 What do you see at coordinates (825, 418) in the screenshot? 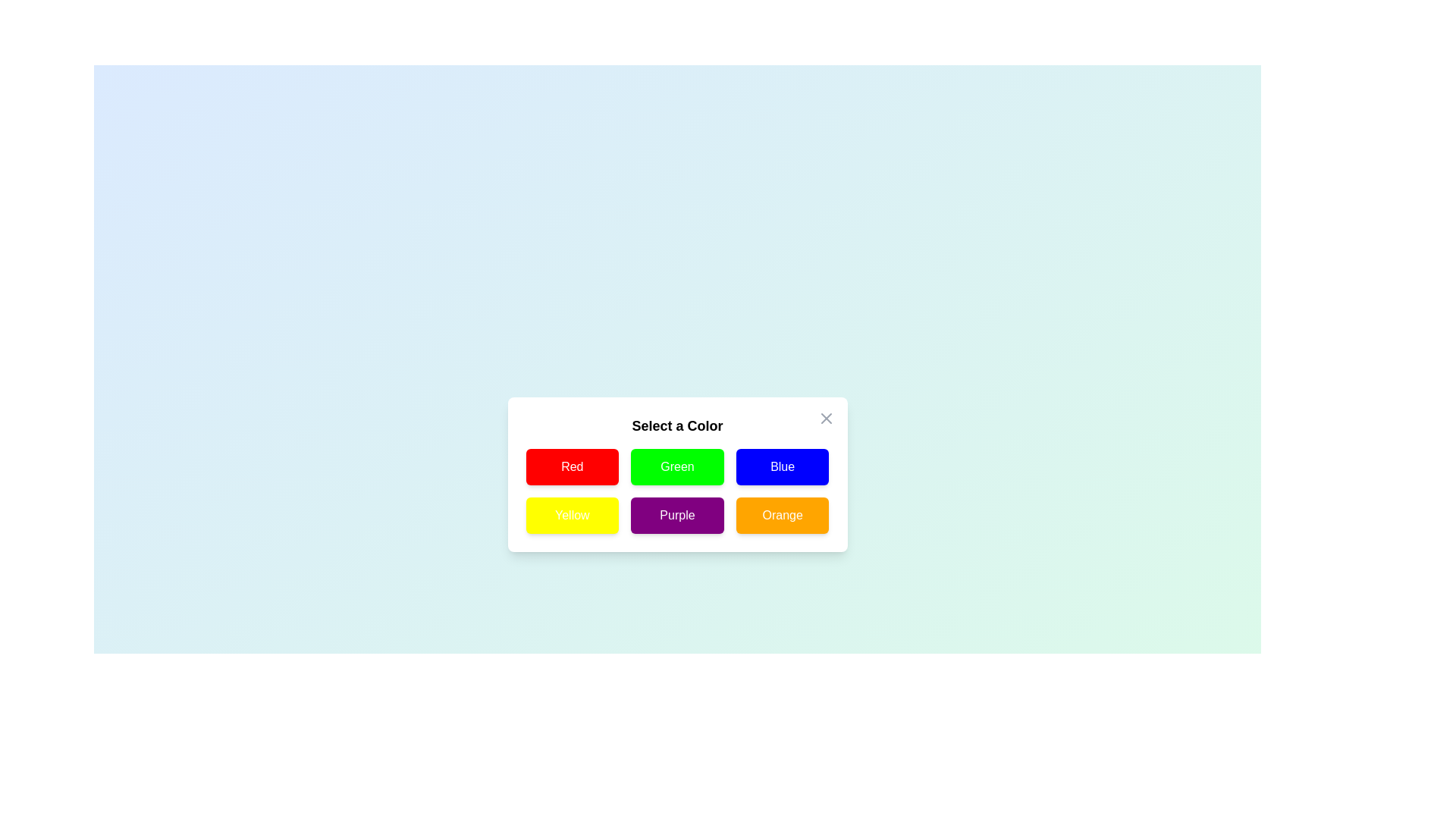
I see `the close button to close the panel` at bounding box center [825, 418].